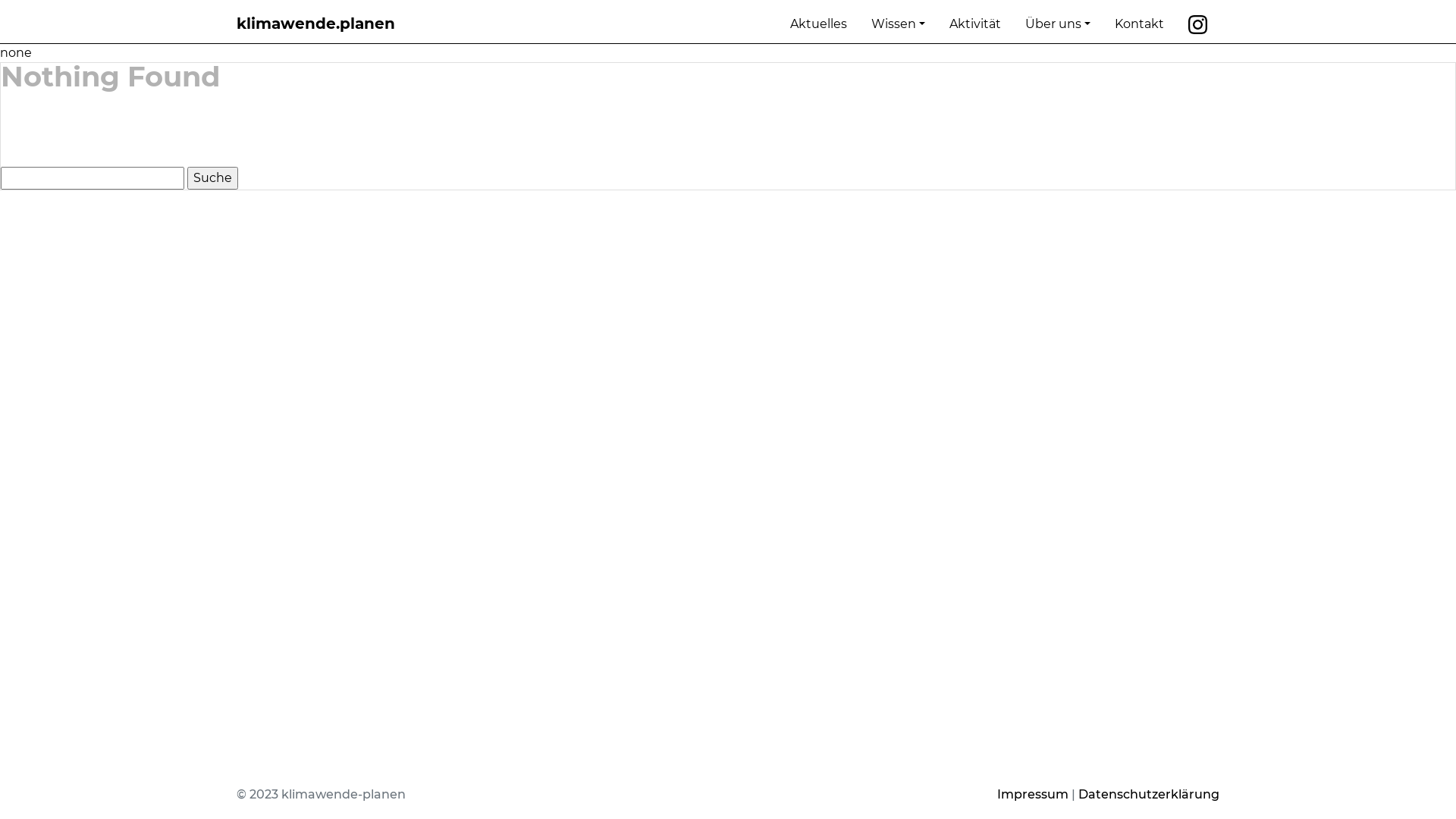 The width and height of the screenshot is (1456, 819). I want to click on 'Wissen', so click(898, 24).